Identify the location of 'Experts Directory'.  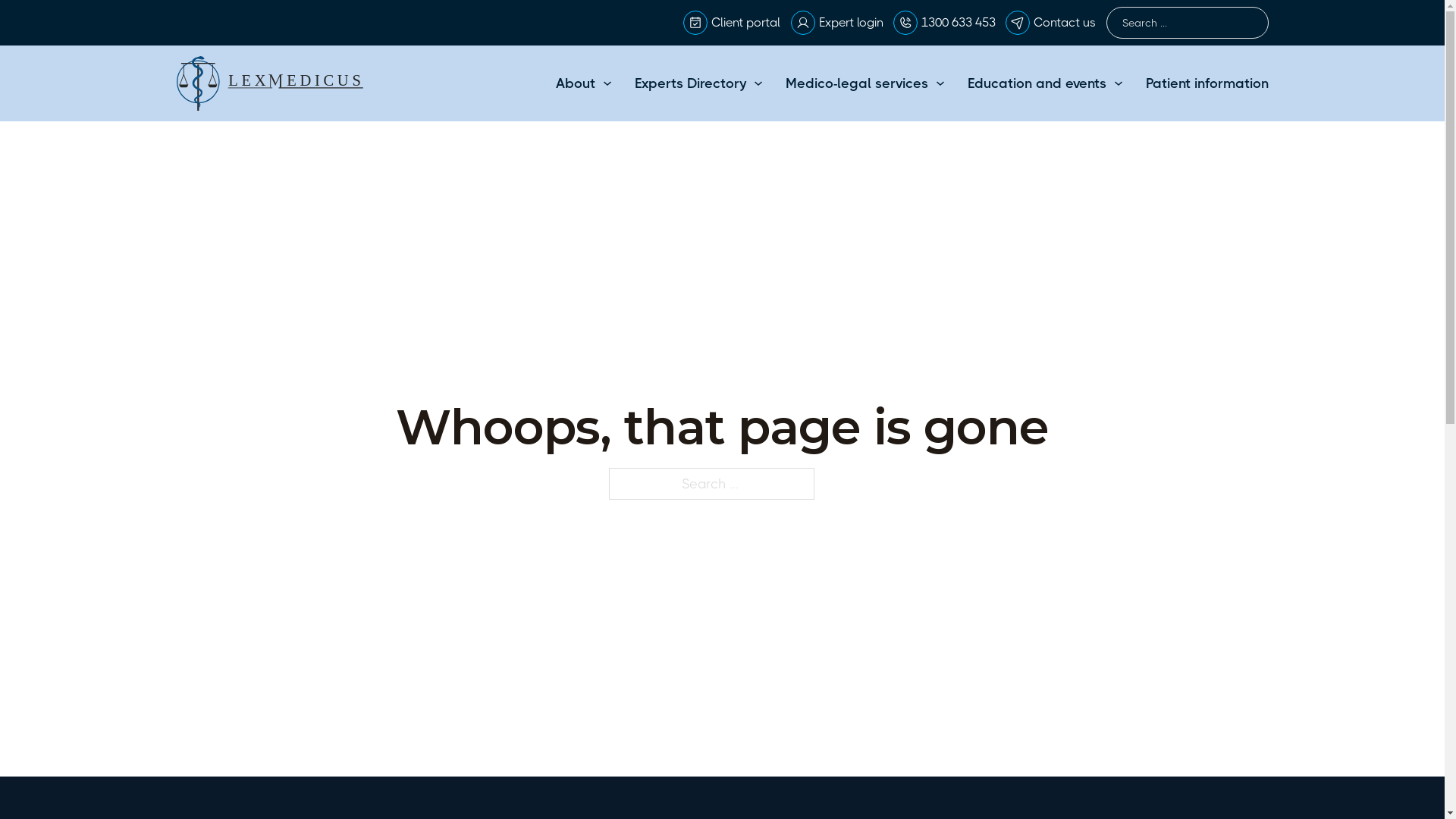
(689, 83).